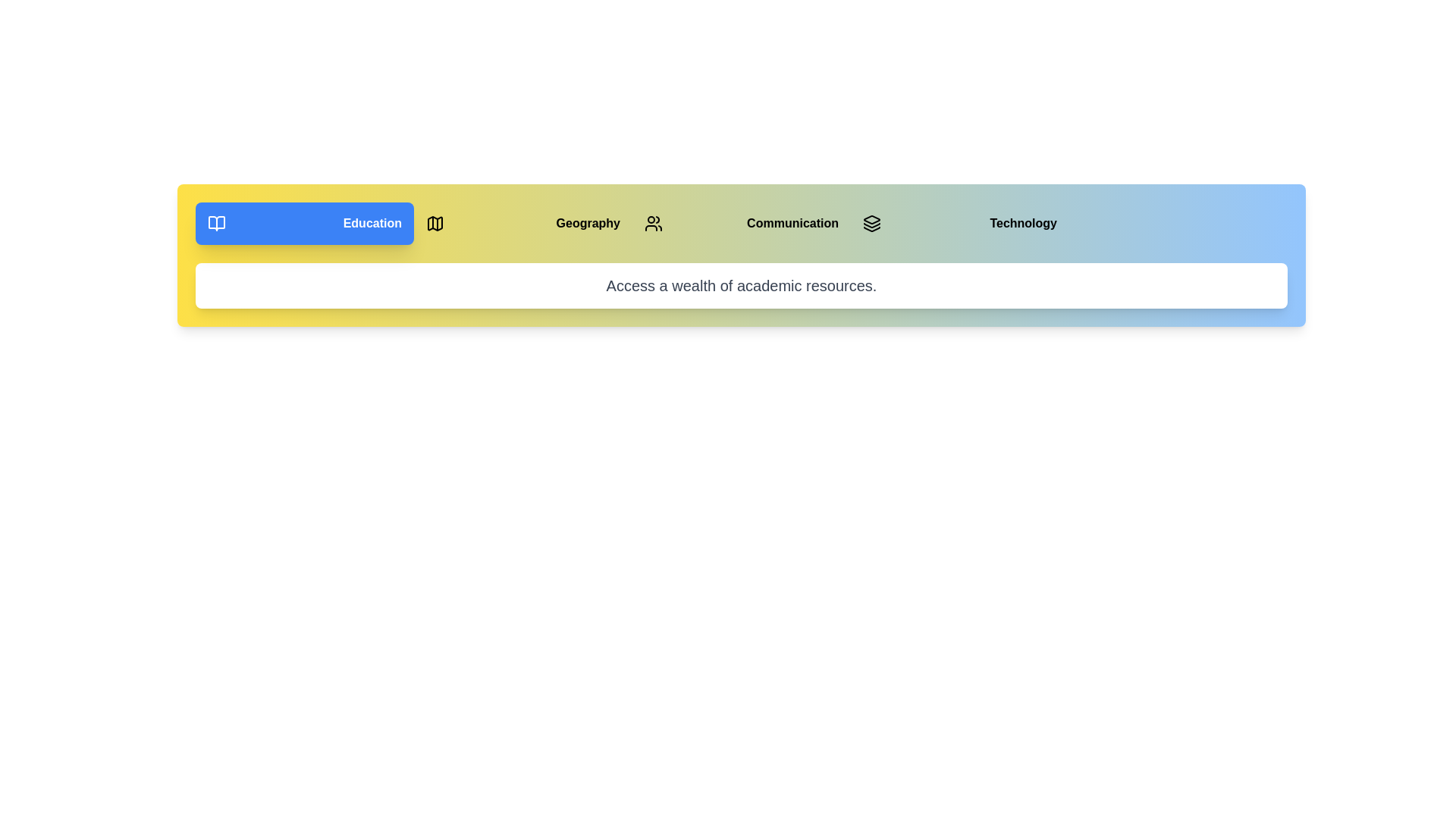  What do you see at coordinates (523, 223) in the screenshot?
I see `the button corresponding to the Geography section to switch to it` at bounding box center [523, 223].